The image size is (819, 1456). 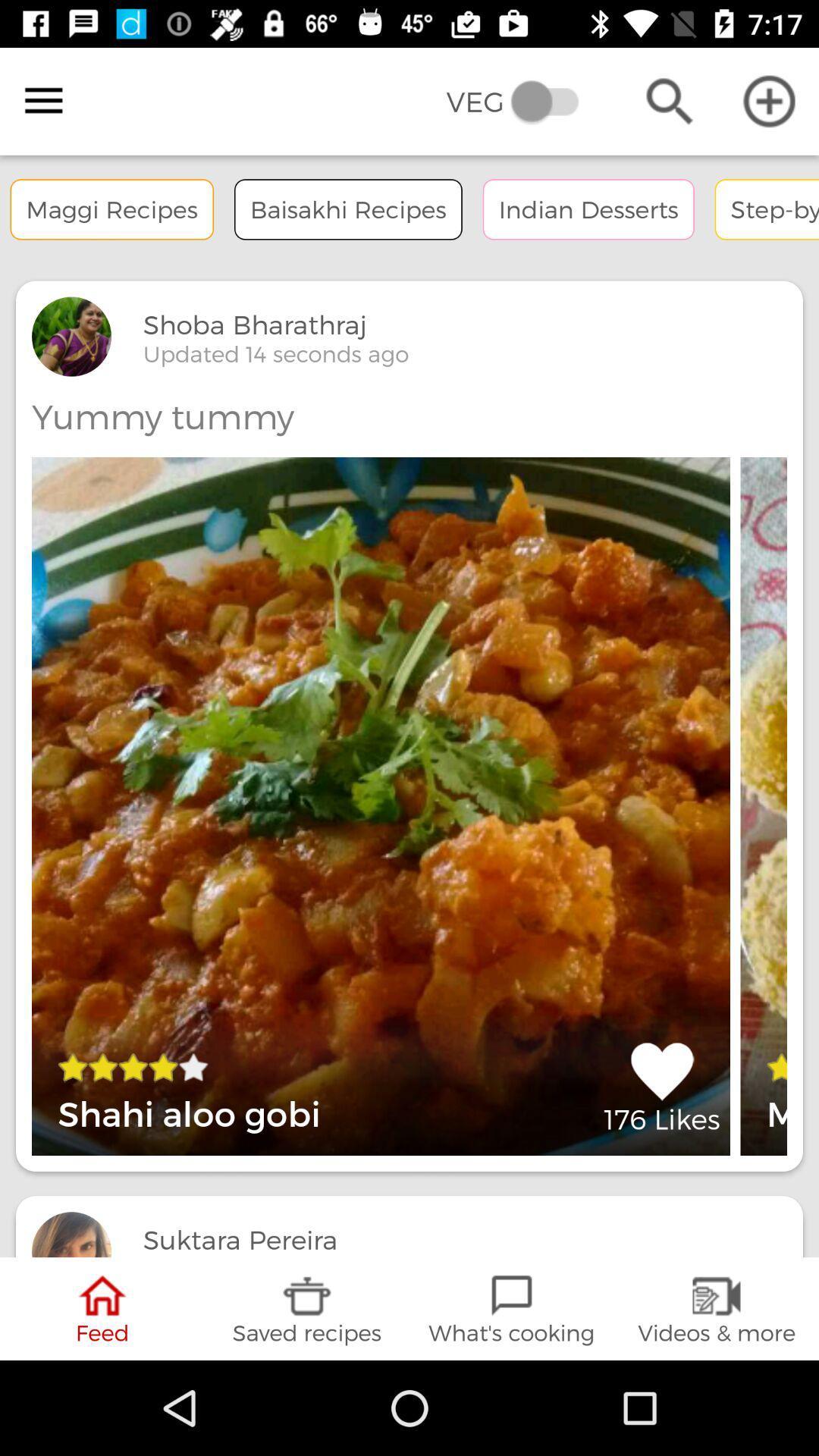 What do you see at coordinates (42, 100) in the screenshot?
I see `the item to the left of veg item` at bounding box center [42, 100].